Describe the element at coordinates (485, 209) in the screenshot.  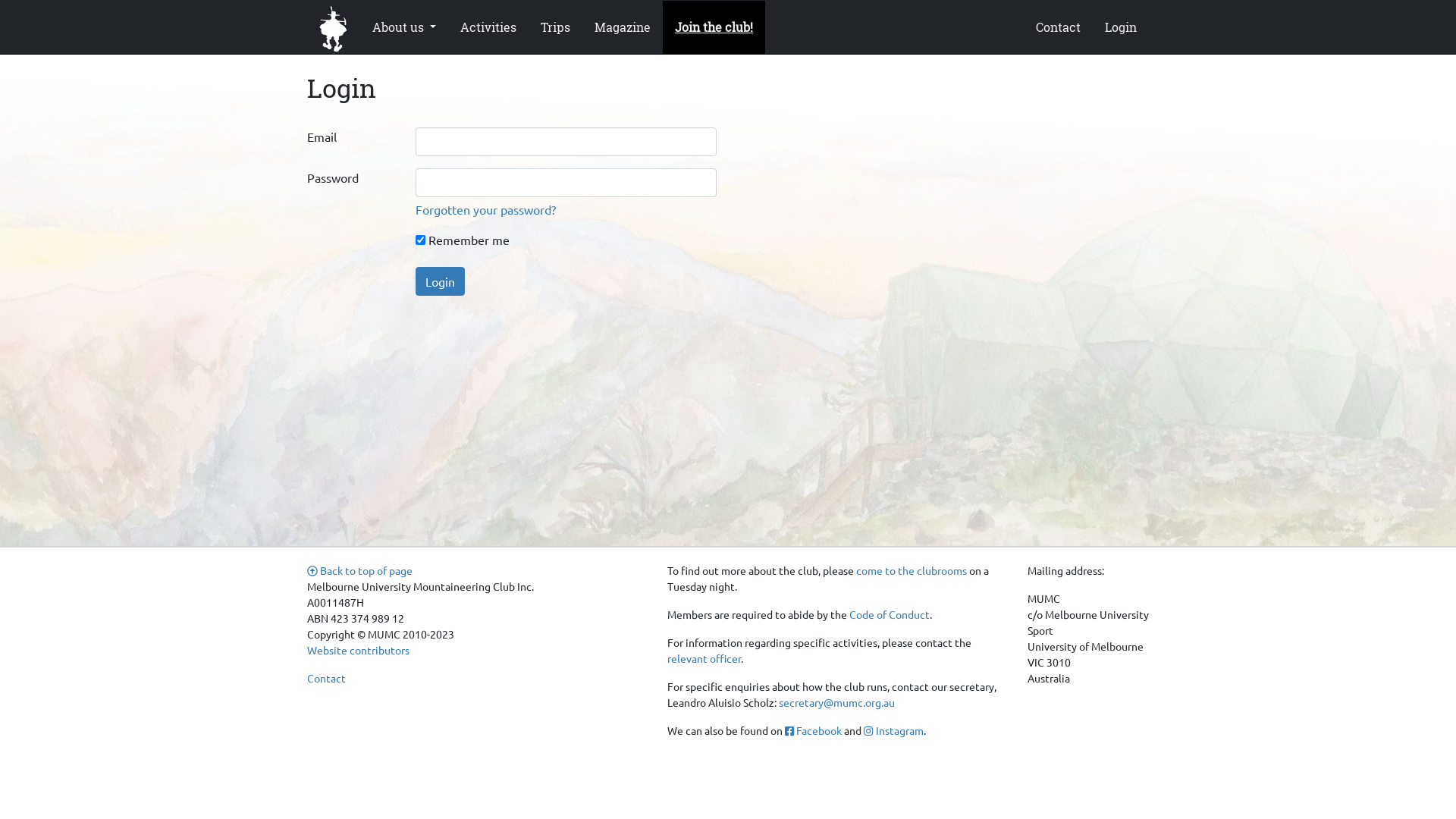
I see `'Forgotten your password?'` at that location.